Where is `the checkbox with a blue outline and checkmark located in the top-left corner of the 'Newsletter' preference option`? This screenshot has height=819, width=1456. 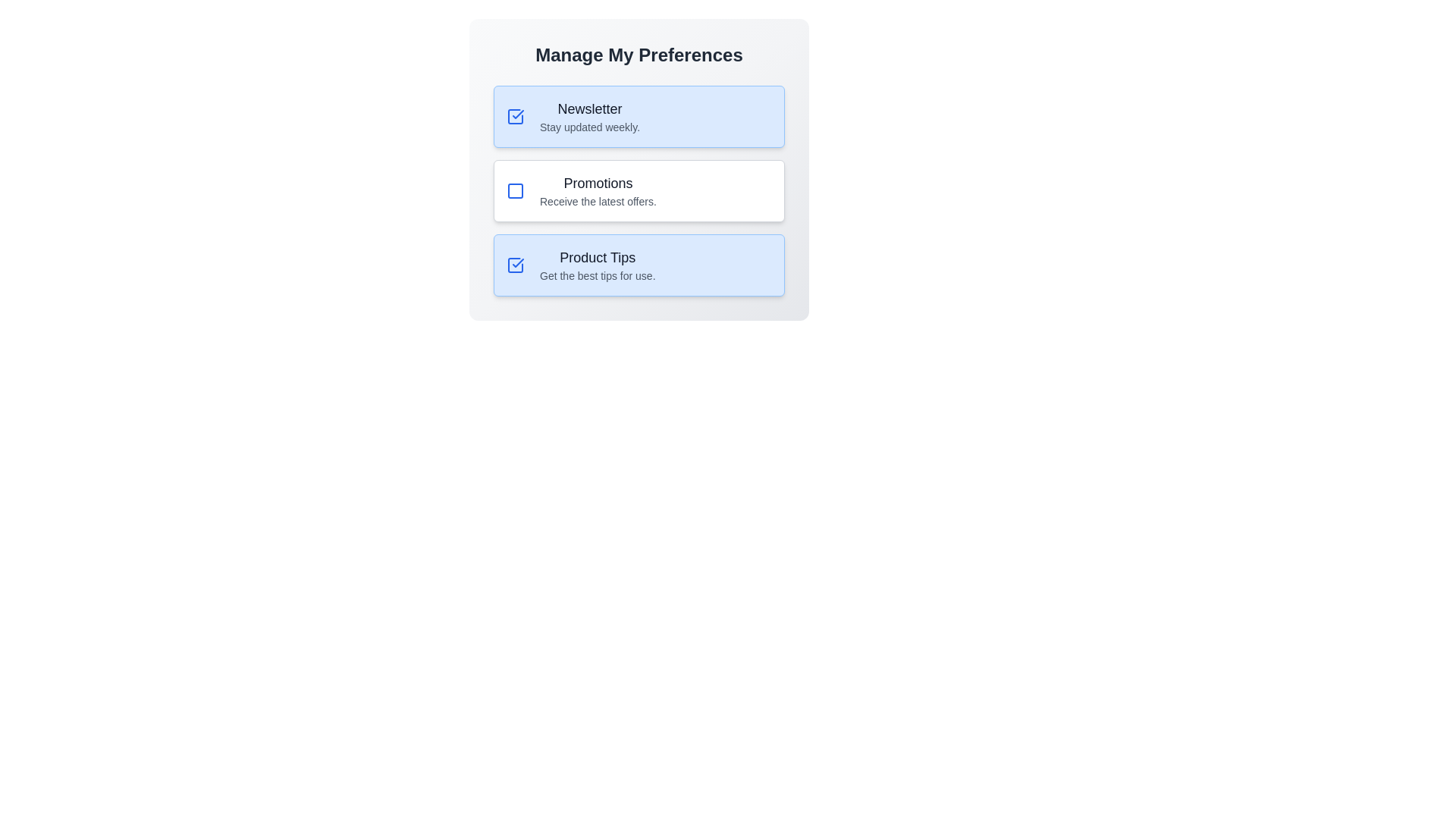
the checkbox with a blue outline and checkmark located in the top-left corner of the 'Newsletter' preference option is located at coordinates (516, 116).